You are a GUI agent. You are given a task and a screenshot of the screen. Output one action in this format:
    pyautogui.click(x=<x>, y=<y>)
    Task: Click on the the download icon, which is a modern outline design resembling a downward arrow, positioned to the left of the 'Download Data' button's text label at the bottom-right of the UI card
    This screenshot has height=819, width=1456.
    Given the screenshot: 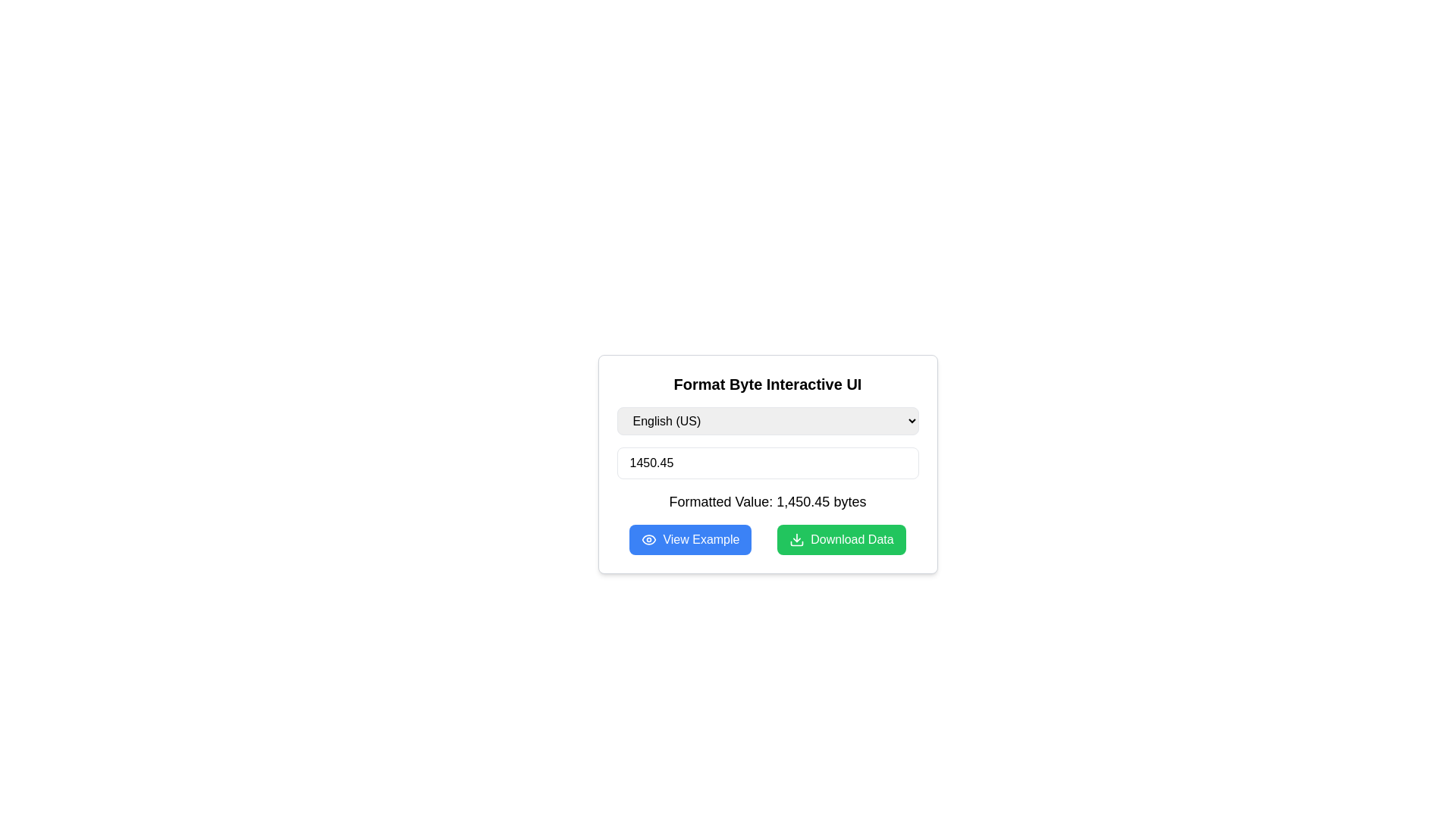 What is the action you would take?
    pyautogui.click(x=796, y=539)
    